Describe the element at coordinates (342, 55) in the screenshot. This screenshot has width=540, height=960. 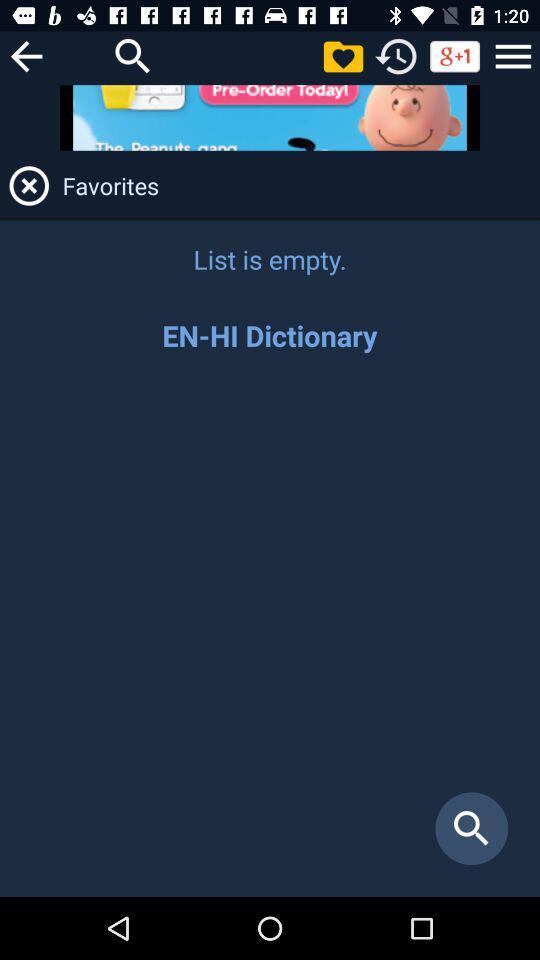
I see `as favorite` at that location.